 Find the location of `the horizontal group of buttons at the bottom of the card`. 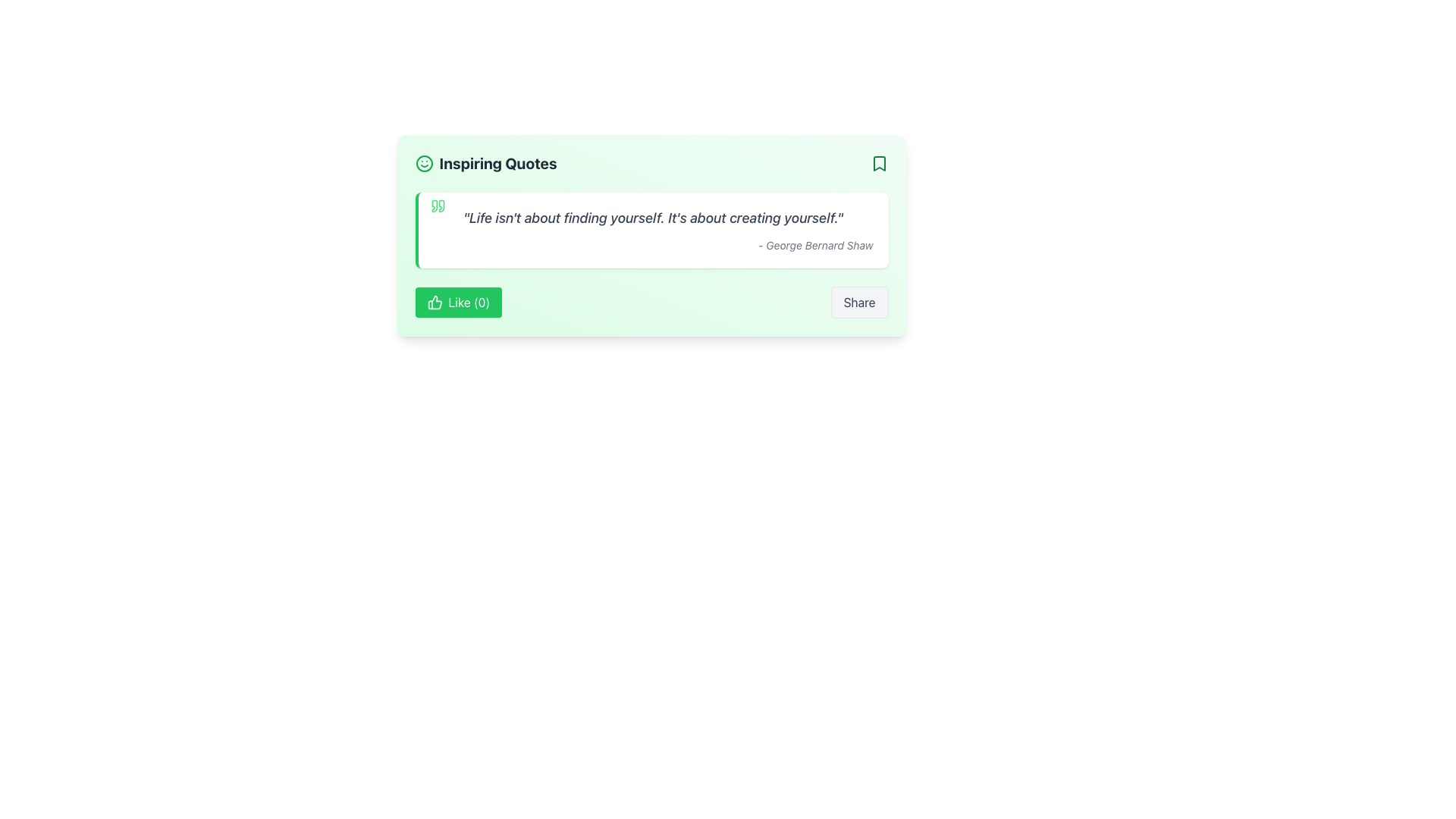

the horizontal group of buttons at the bottom of the card is located at coordinates (651, 302).